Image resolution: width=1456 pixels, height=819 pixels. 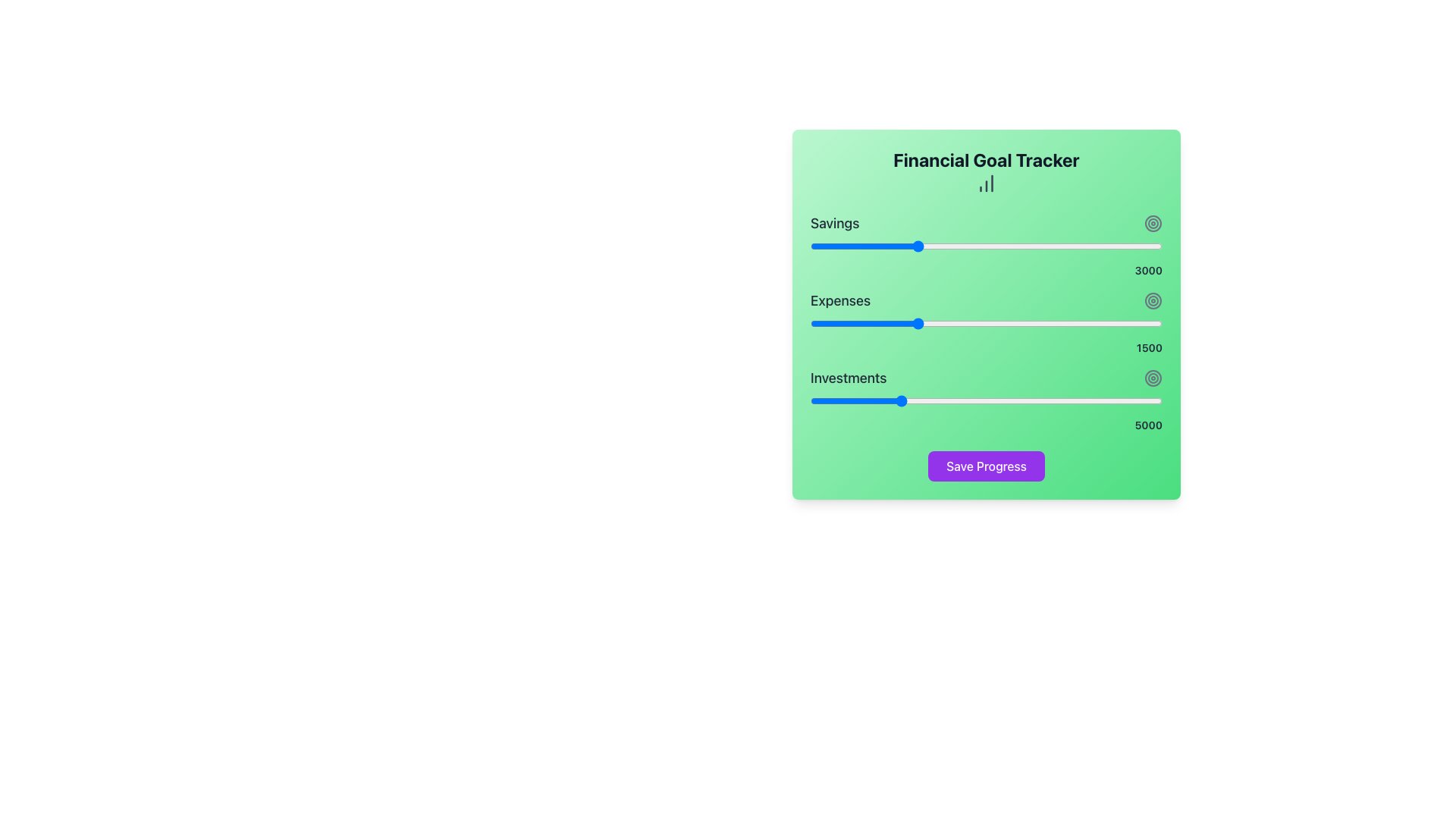 What do you see at coordinates (986, 171) in the screenshot?
I see `the header titled 'Financial Goal Tracker', located at the top of the widget with a green gradient background` at bounding box center [986, 171].